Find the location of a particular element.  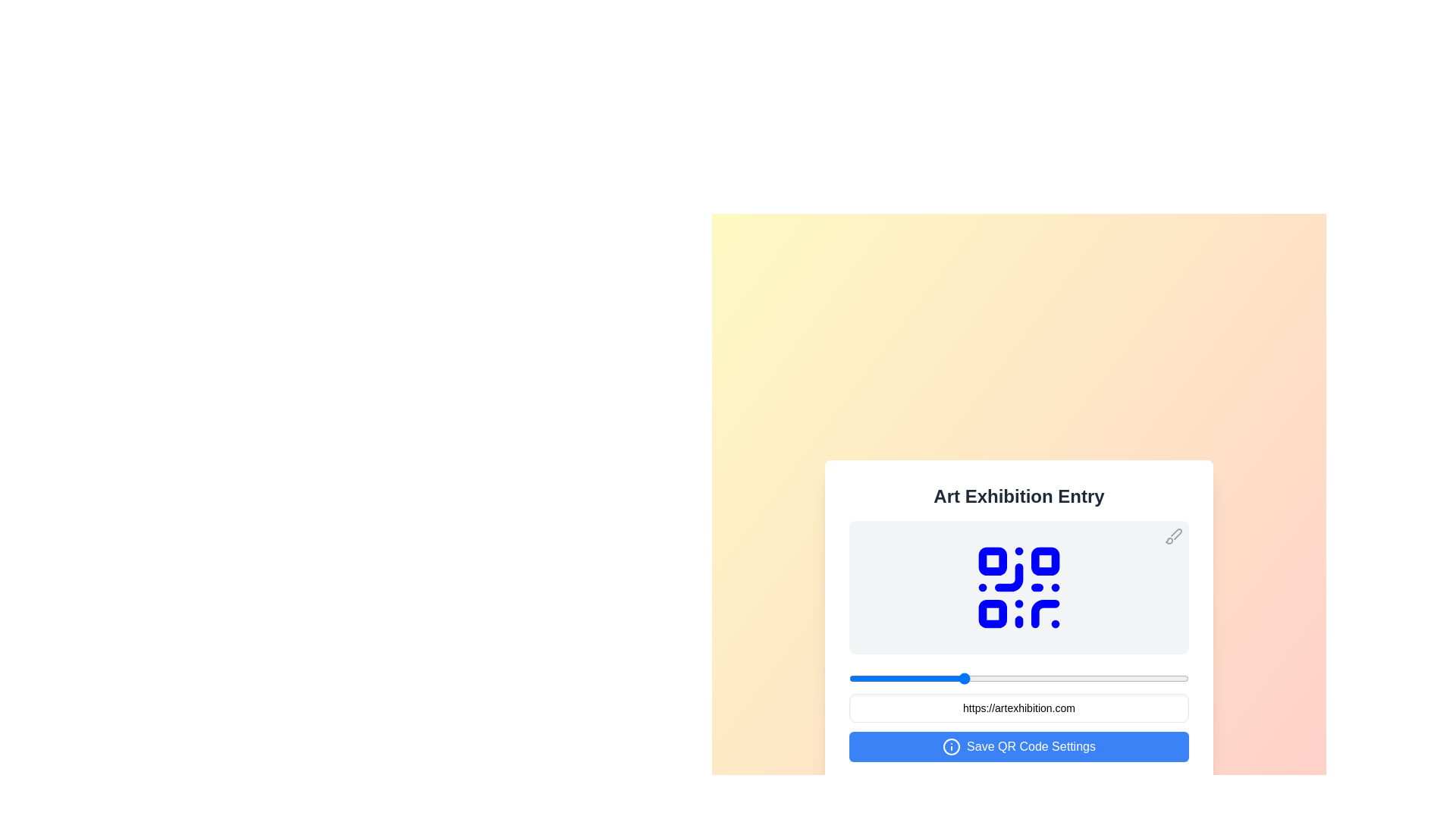

the top-left square of the QR code within the 'Art Exhibition Entry' section, which visually constitutes part of the QR code is located at coordinates (993, 561).